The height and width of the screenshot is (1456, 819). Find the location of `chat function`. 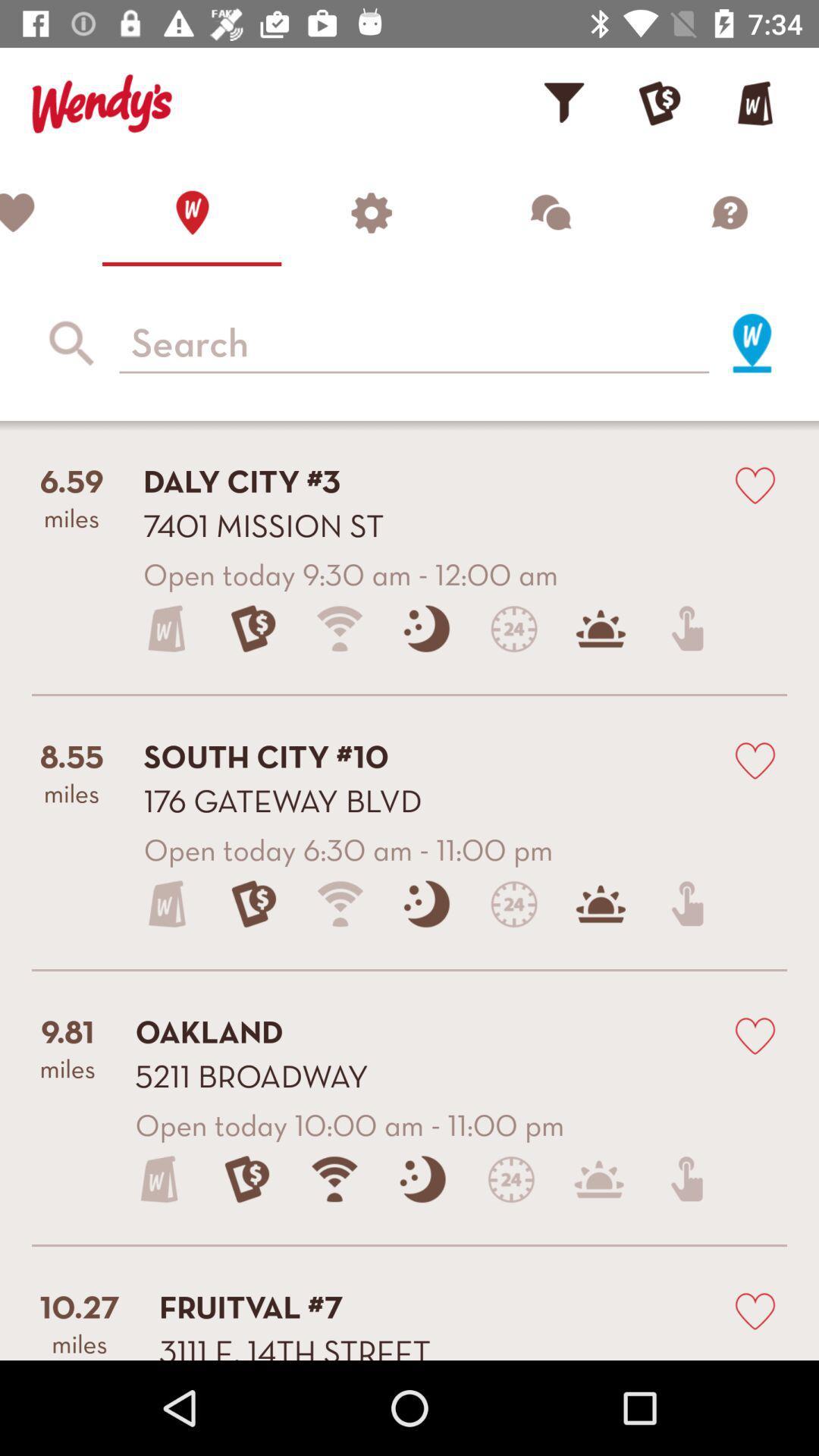

chat function is located at coordinates (550, 212).